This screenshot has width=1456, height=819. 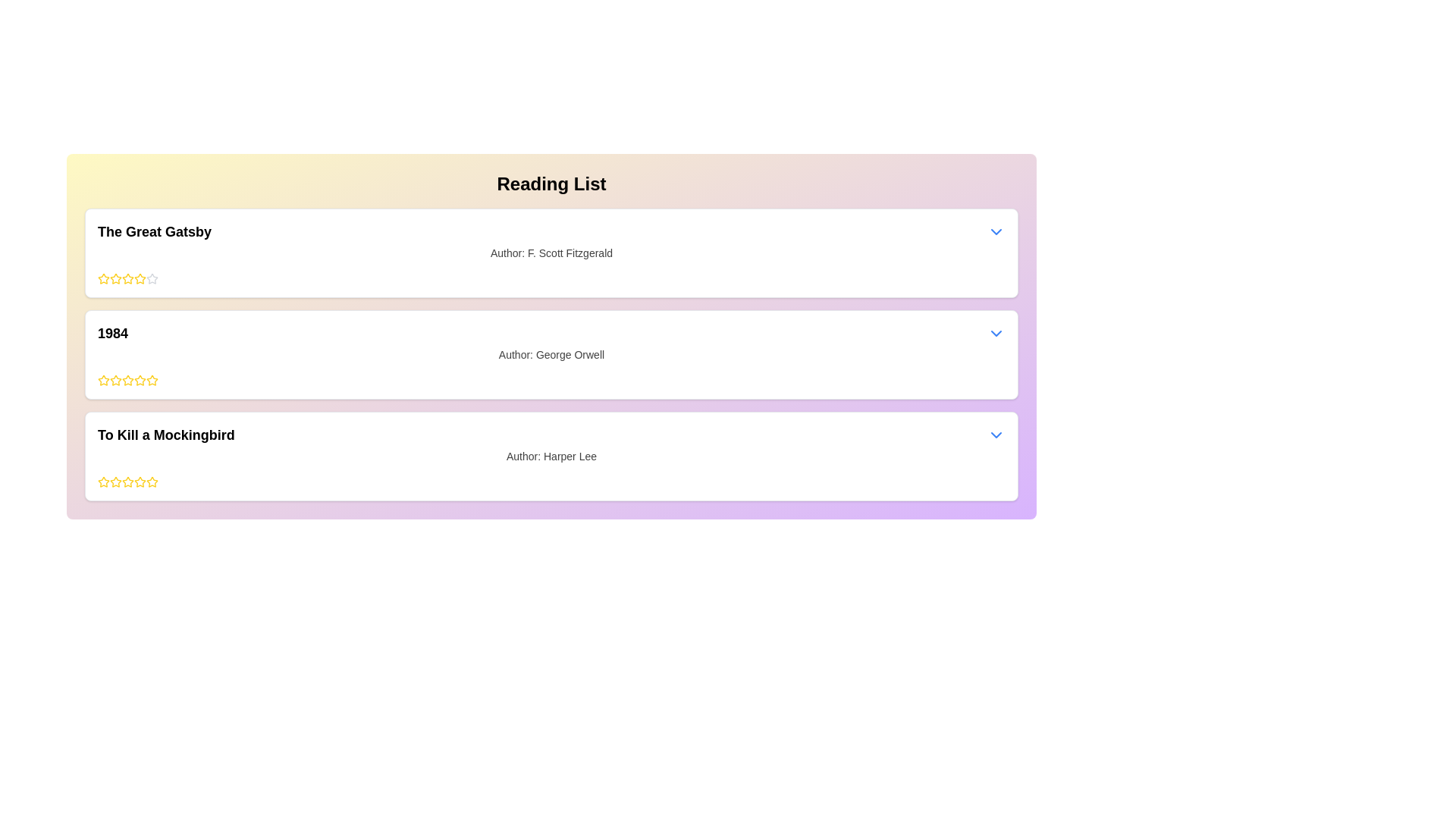 I want to click on the visual representation of the fifth star icon in the rating system located beneath the title 'To Kill a Mockingbird', so click(x=127, y=482).